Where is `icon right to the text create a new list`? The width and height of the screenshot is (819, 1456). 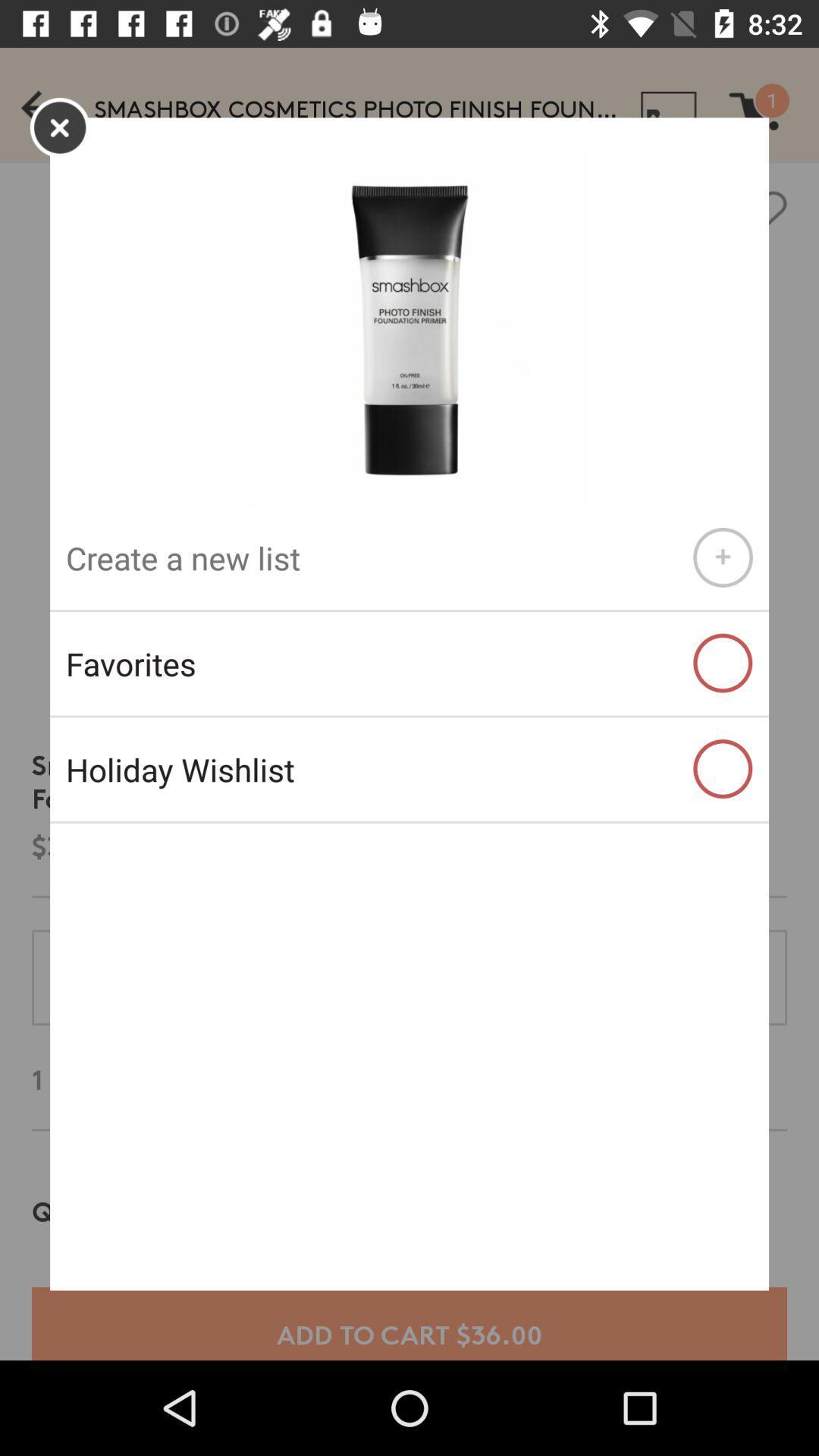 icon right to the text create a new list is located at coordinates (722, 557).